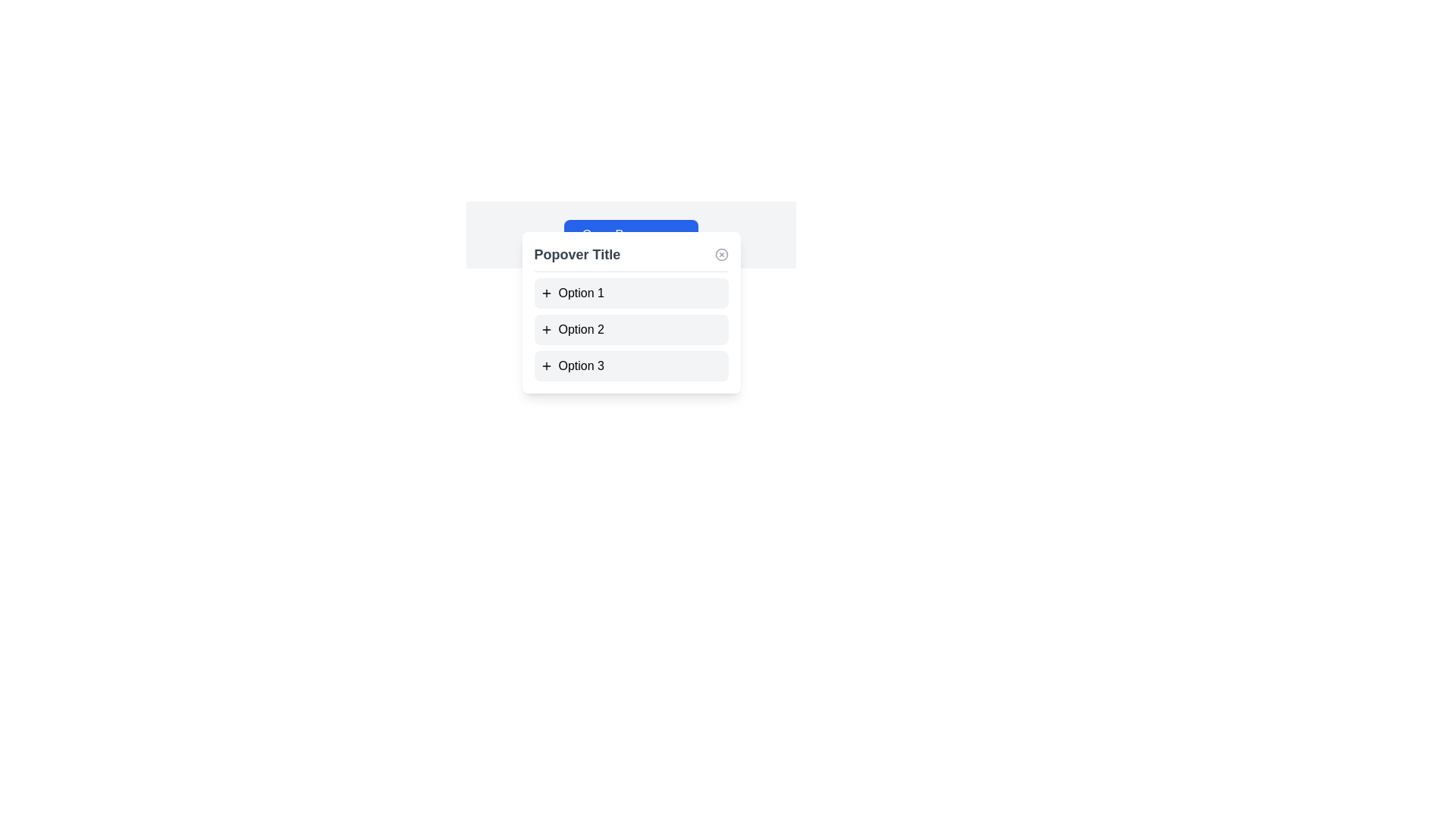  I want to click on the icon that symbolizes an add or expand action, located to the left of the text 'Option 1' under the heading 'Popover Title', so click(546, 293).